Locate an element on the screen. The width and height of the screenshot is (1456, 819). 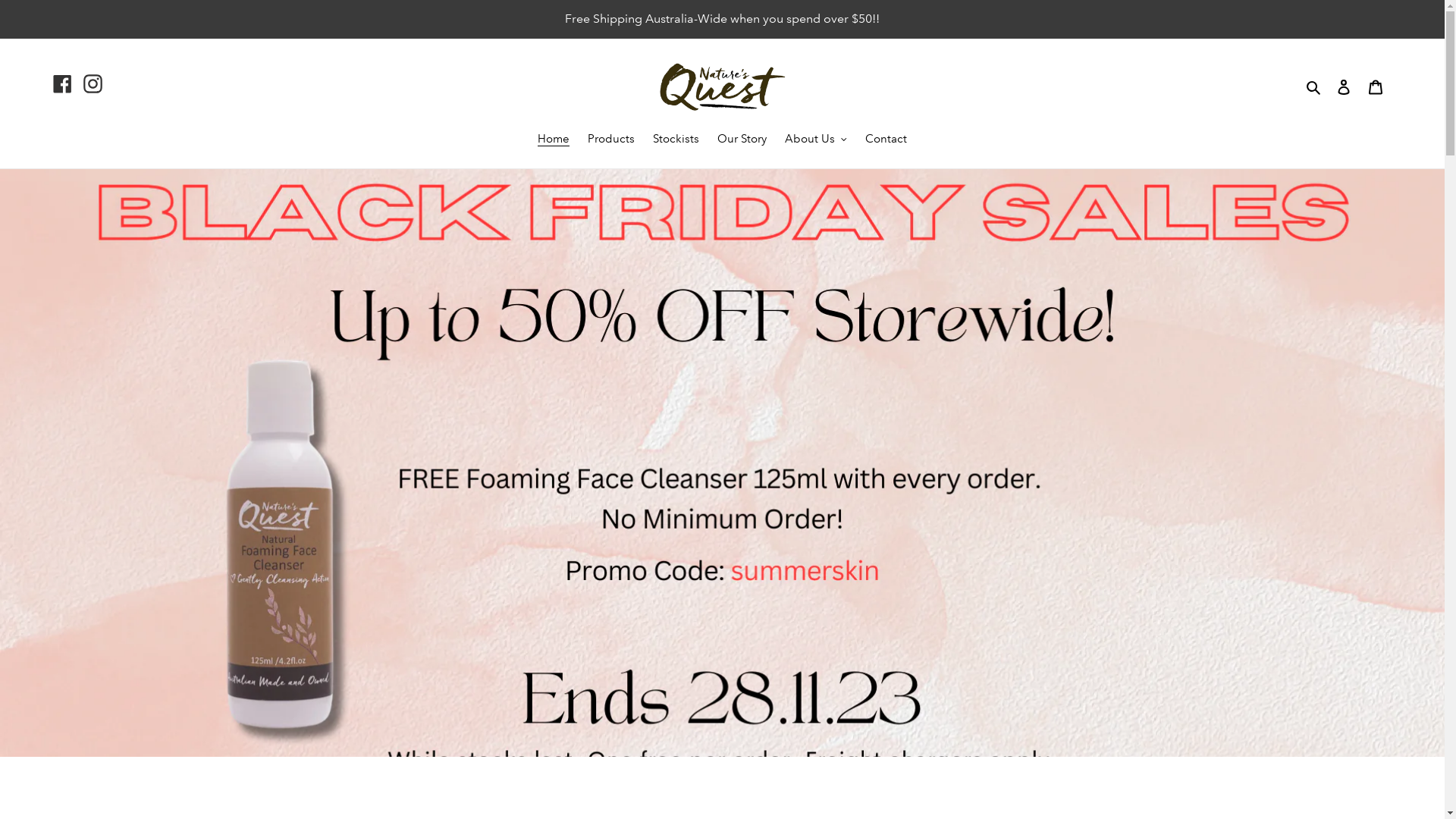
'About Us' is located at coordinates (777, 140).